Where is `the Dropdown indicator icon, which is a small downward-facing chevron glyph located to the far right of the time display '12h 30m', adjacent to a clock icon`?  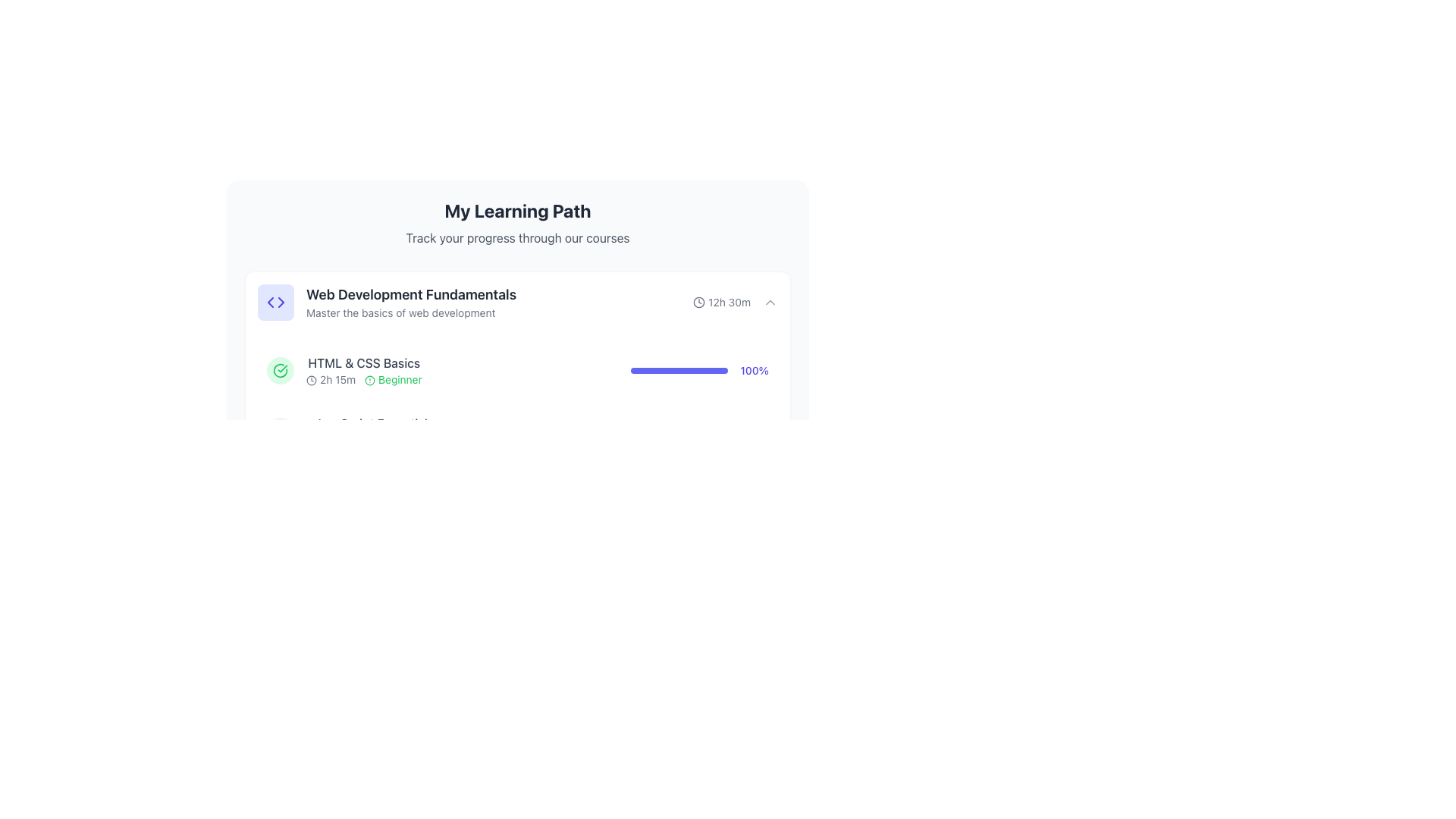
the Dropdown indicator icon, which is a small downward-facing chevron glyph located to the far right of the time display '12h 30m', adjacent to a clock icon is located at coordinates (770, 302).